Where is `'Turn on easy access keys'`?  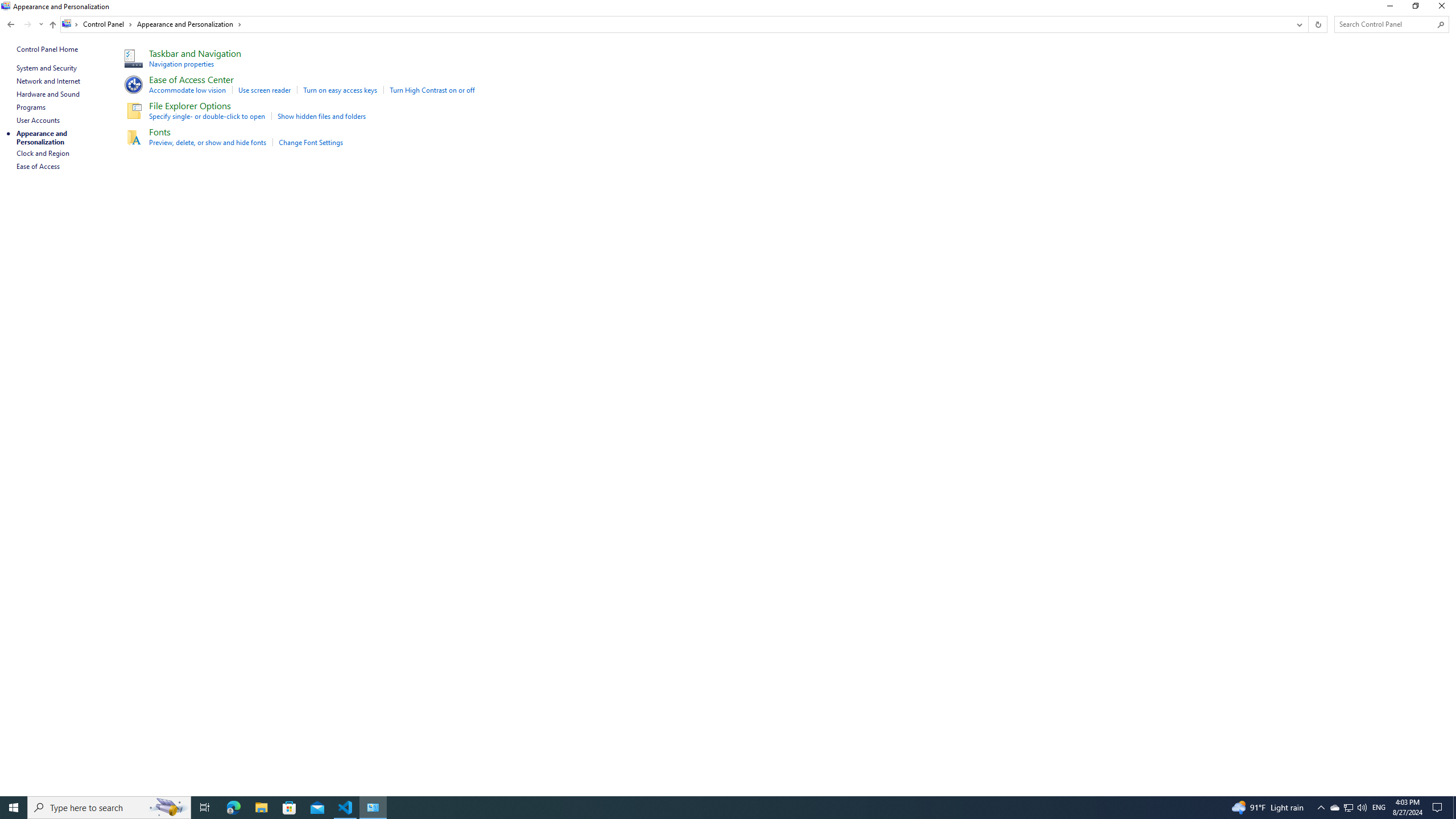 'Turn on easy access keys' is located at coordinates (339, 89).